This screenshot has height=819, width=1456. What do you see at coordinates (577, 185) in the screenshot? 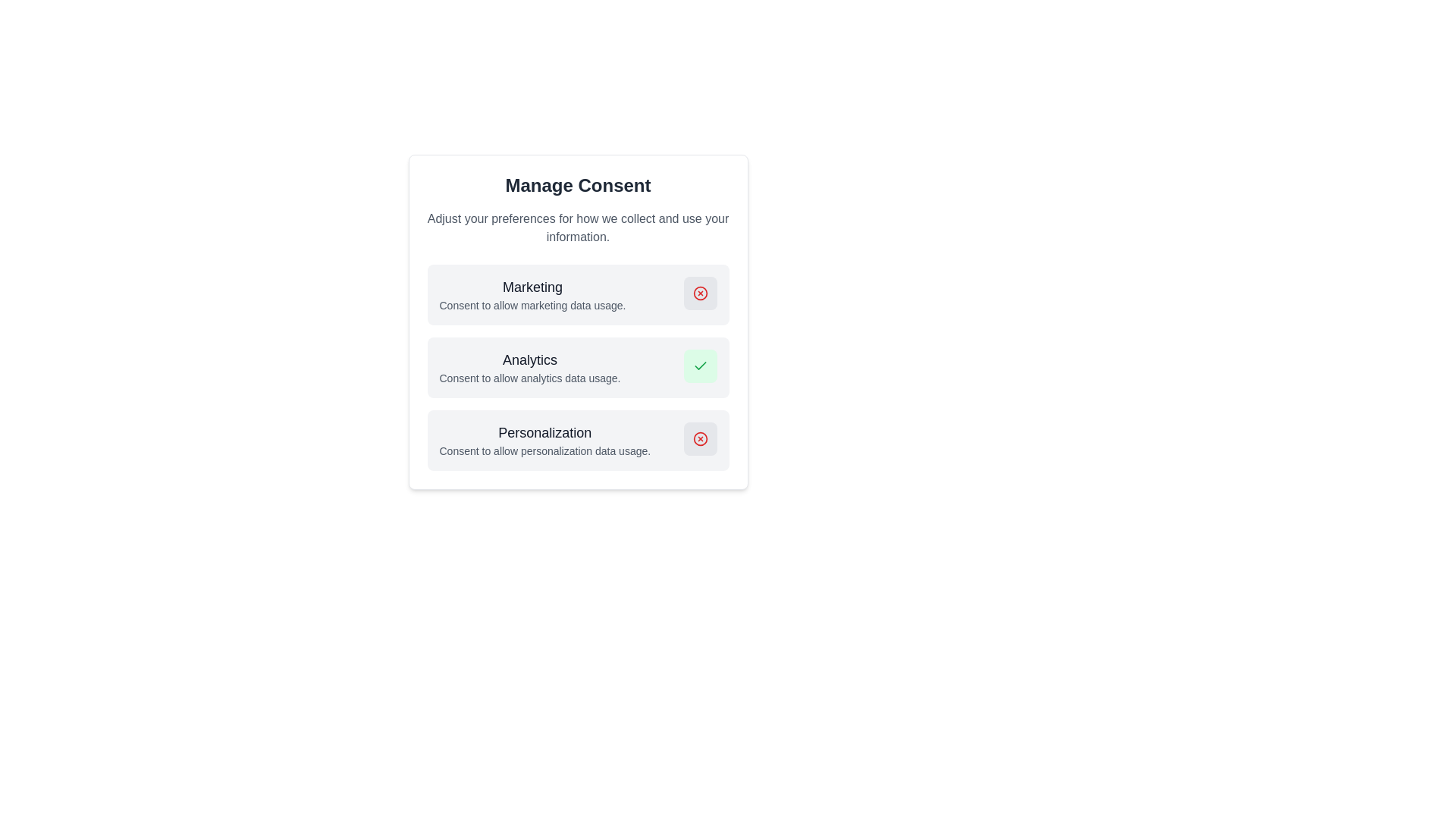
I see `the static text element that displays 'Manage Consent', which is a bold, large-sized header centered within a white card background` at bounding box center [577, 185].